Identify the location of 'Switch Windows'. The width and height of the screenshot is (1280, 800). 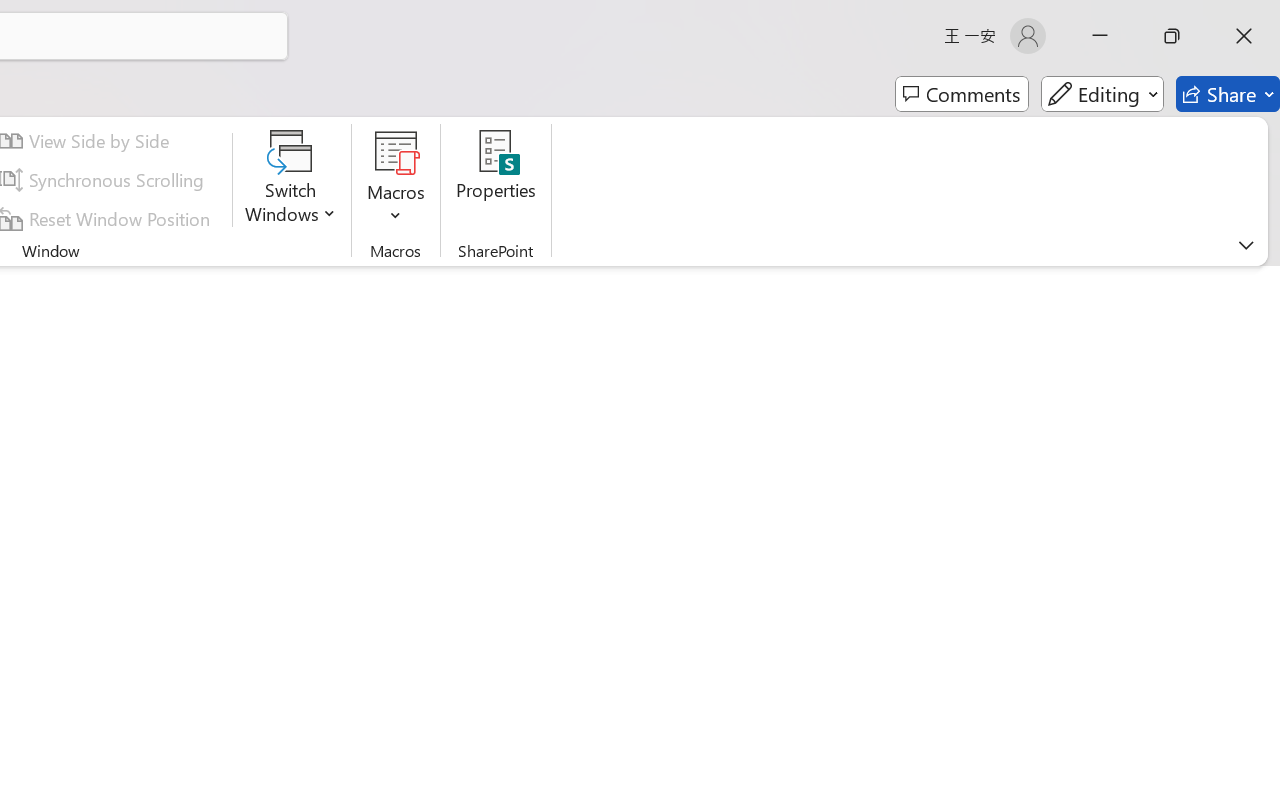
(290, 179).